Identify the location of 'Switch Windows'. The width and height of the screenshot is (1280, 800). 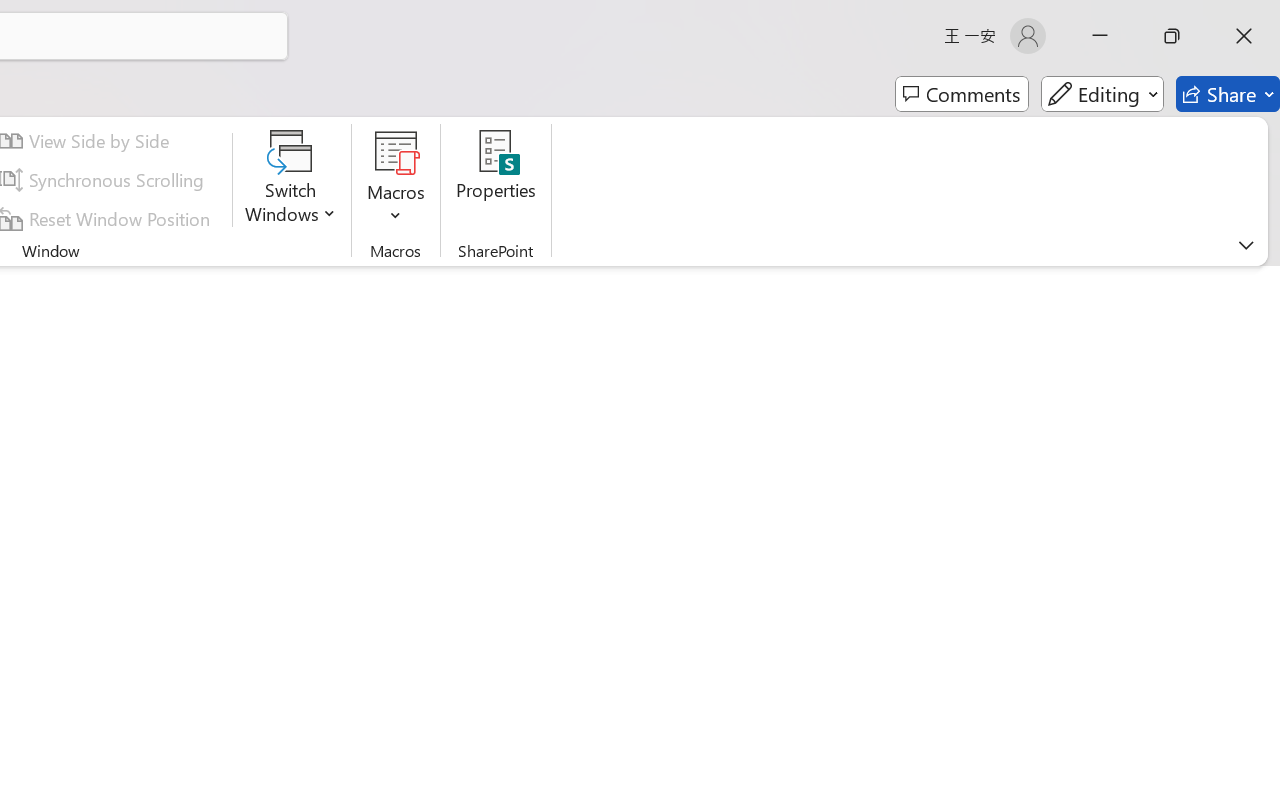
(290, 179).